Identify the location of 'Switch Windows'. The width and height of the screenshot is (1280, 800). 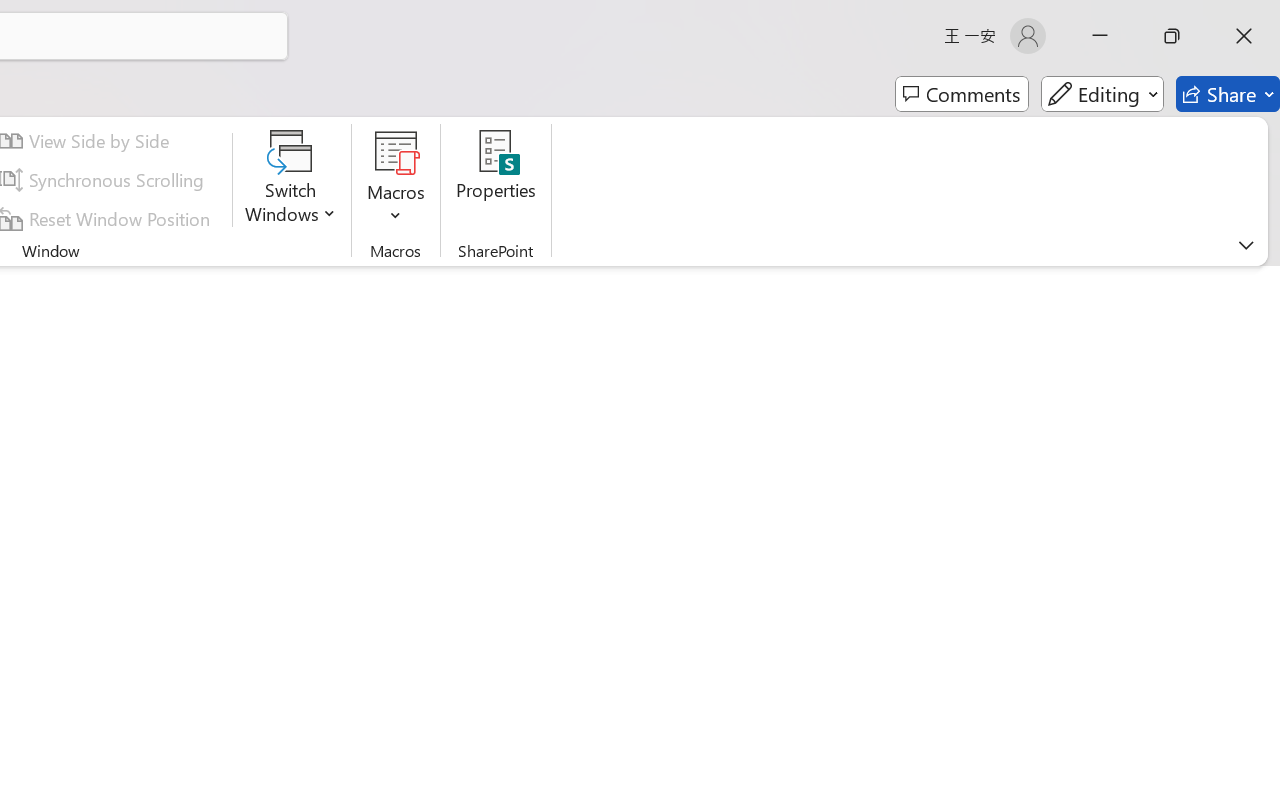
(290, 179).